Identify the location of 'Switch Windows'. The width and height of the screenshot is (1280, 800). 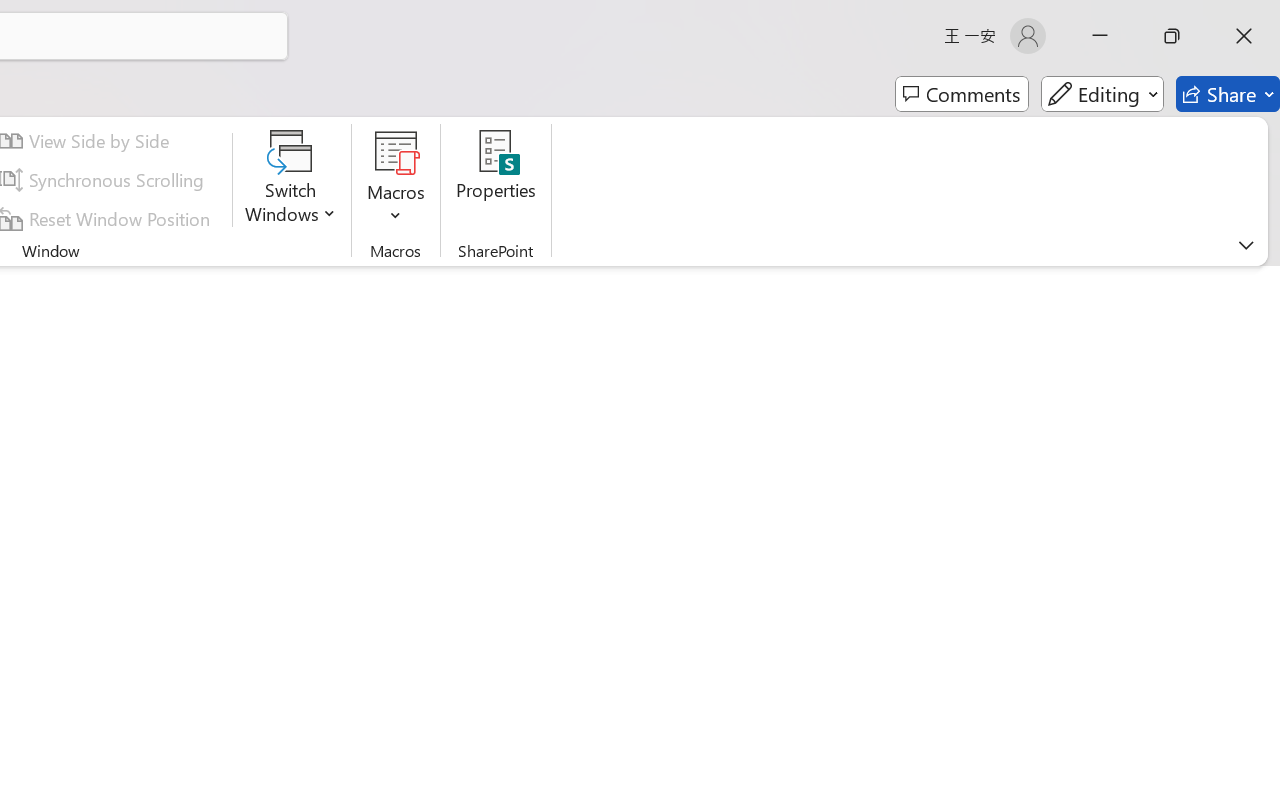
(290, 179).